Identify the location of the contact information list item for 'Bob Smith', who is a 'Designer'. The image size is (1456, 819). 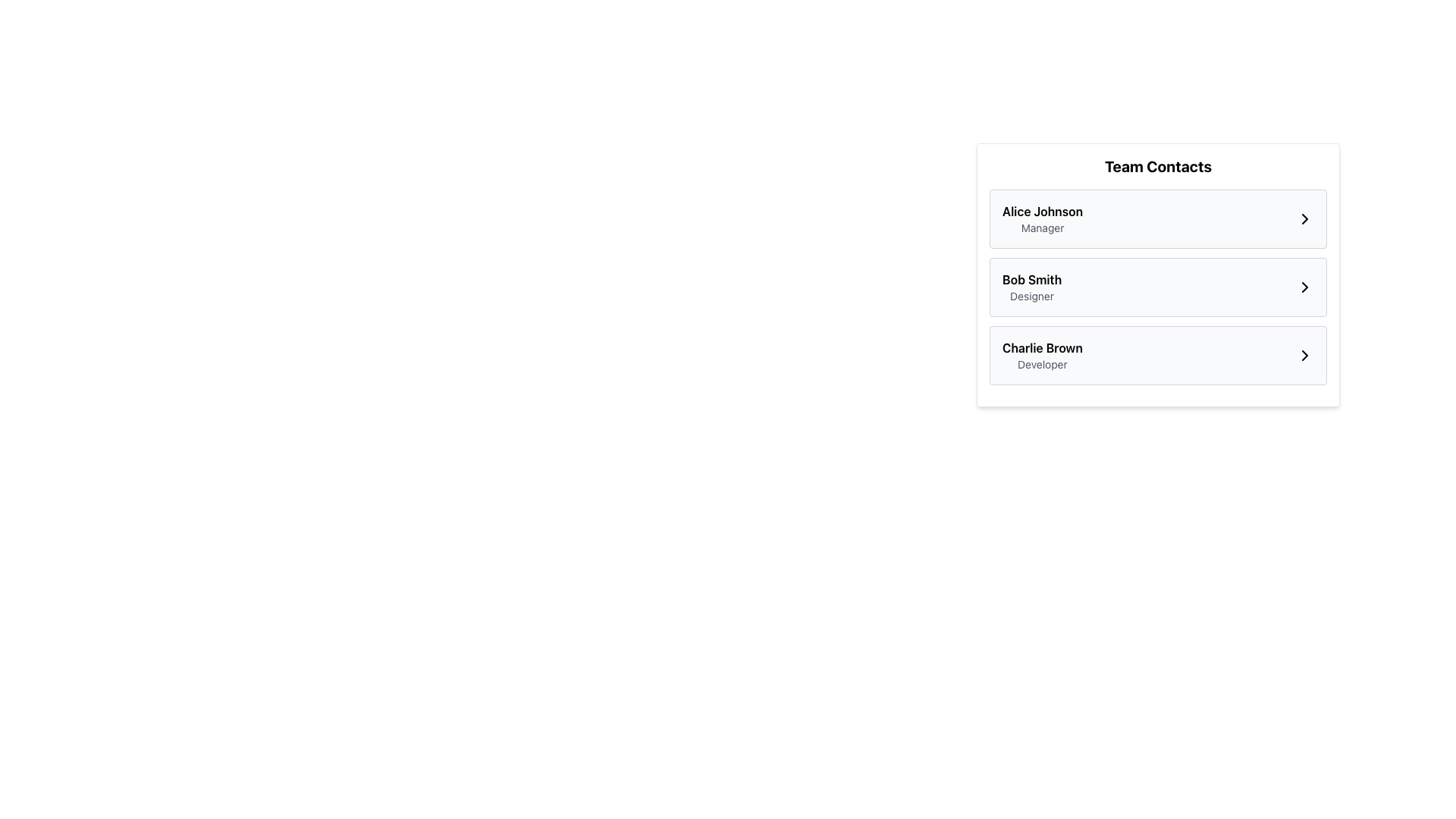
(1157, 287).